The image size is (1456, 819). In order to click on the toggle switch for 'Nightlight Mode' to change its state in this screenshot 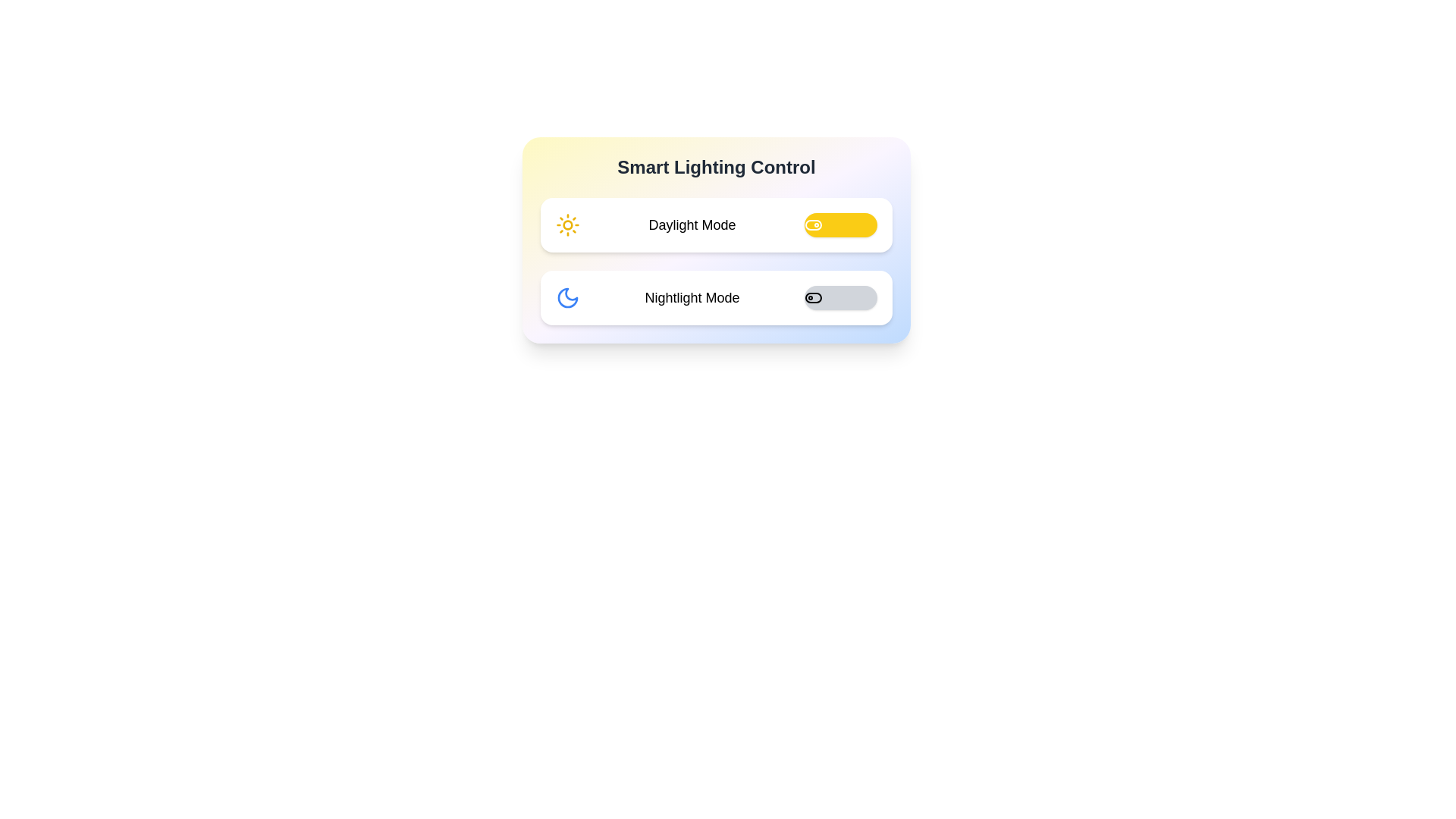, I will do `click(839, 298)`.